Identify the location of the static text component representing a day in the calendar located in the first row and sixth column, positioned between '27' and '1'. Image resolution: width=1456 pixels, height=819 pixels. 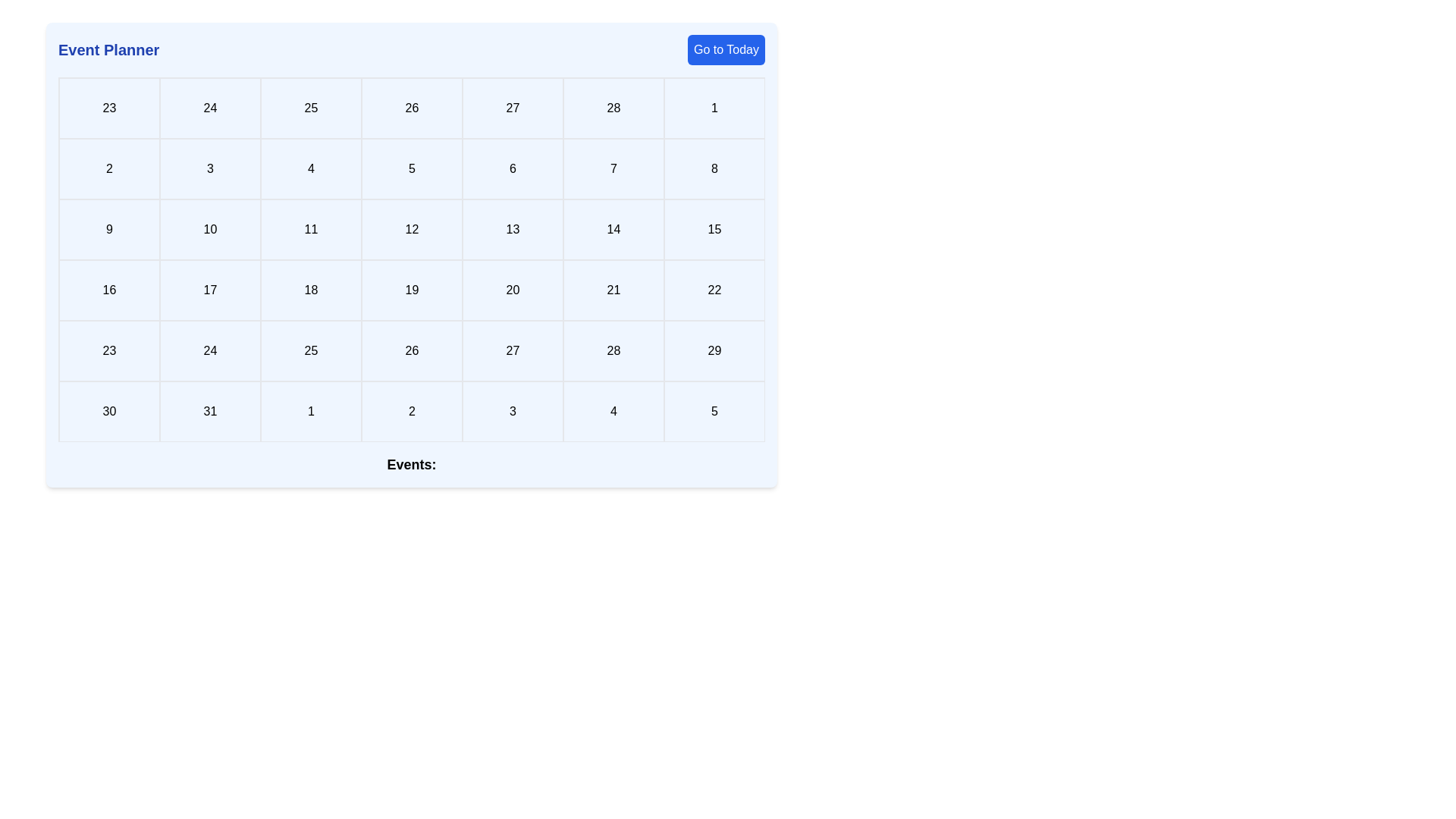
(613, 107).